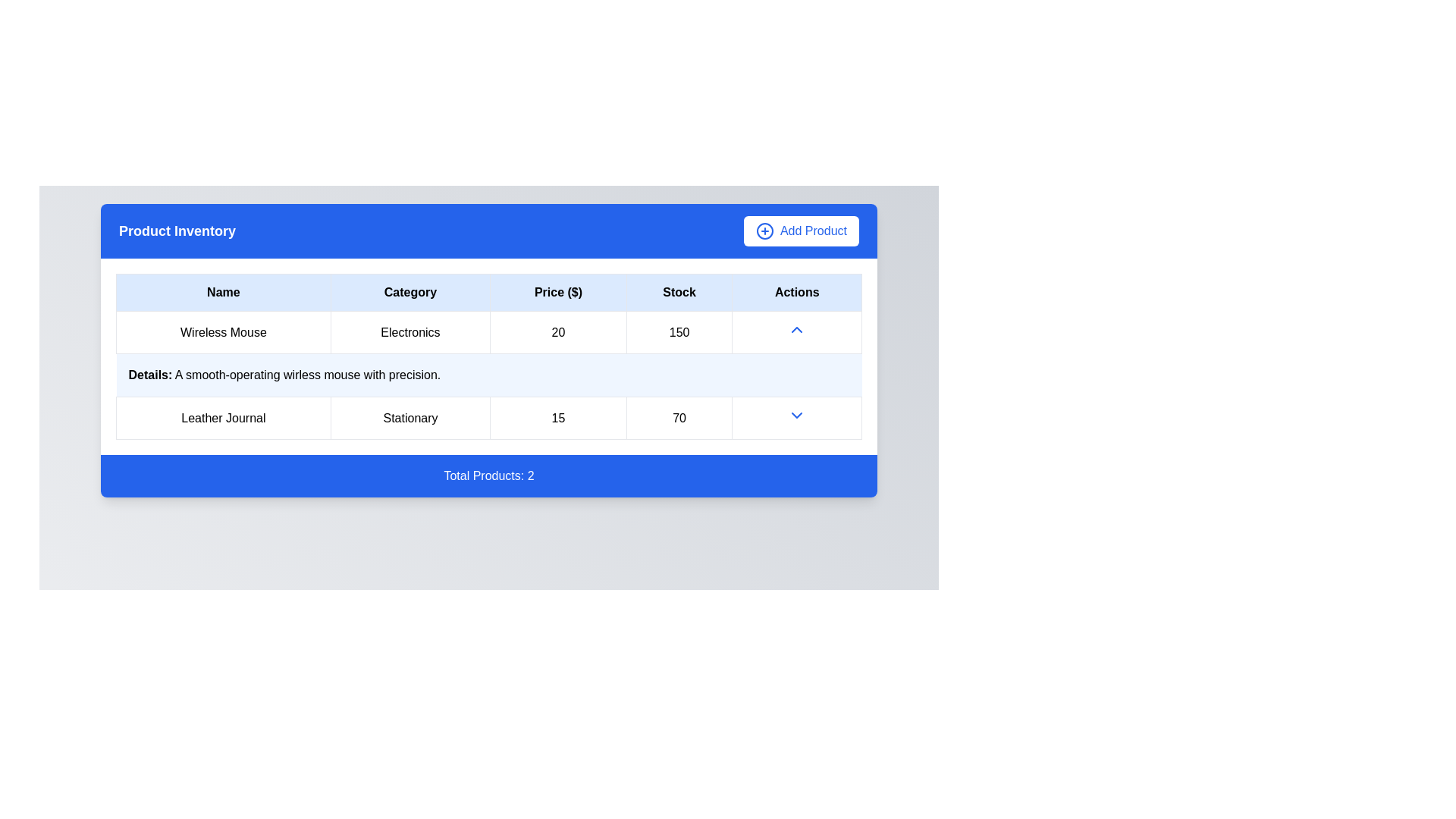 The image size is (1456, 819). Describe the element at coordinates (796, 329) in the screenshot. I see `the upward-pointing chevron arrow icon located in the 'Actions' column of the product table` at that location.